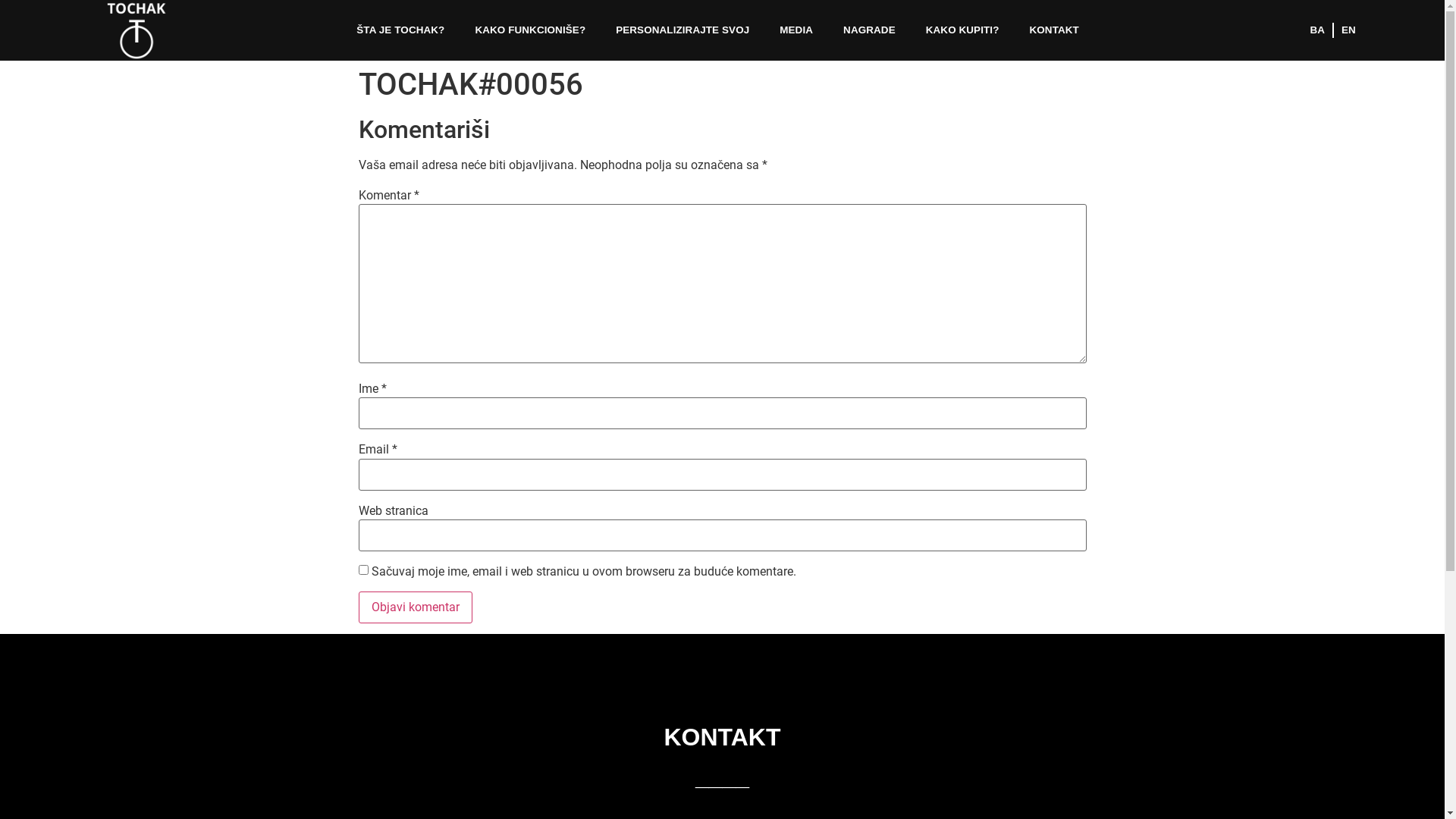 This screenshot has height=819, width=1456. Describe the element at coordinates (795, 30) in the screenshot. I see `'MEDIA'` at that location.